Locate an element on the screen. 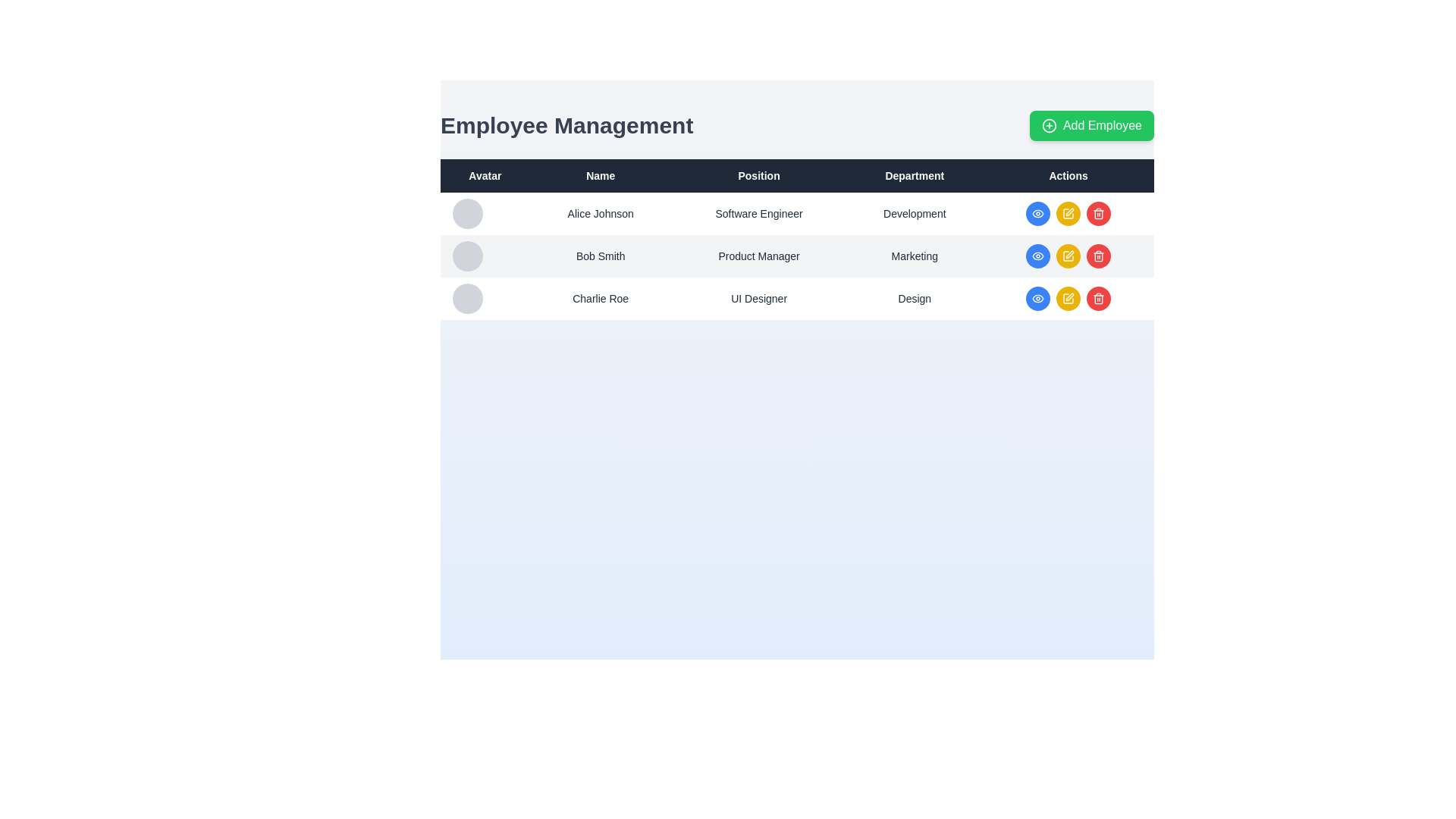 This screenshot has width=1456, height=819. the text element displaying 'Development' in the 'Department' column of the employee 'Alice Johnson' in the table is located at coordinates (914, 213).